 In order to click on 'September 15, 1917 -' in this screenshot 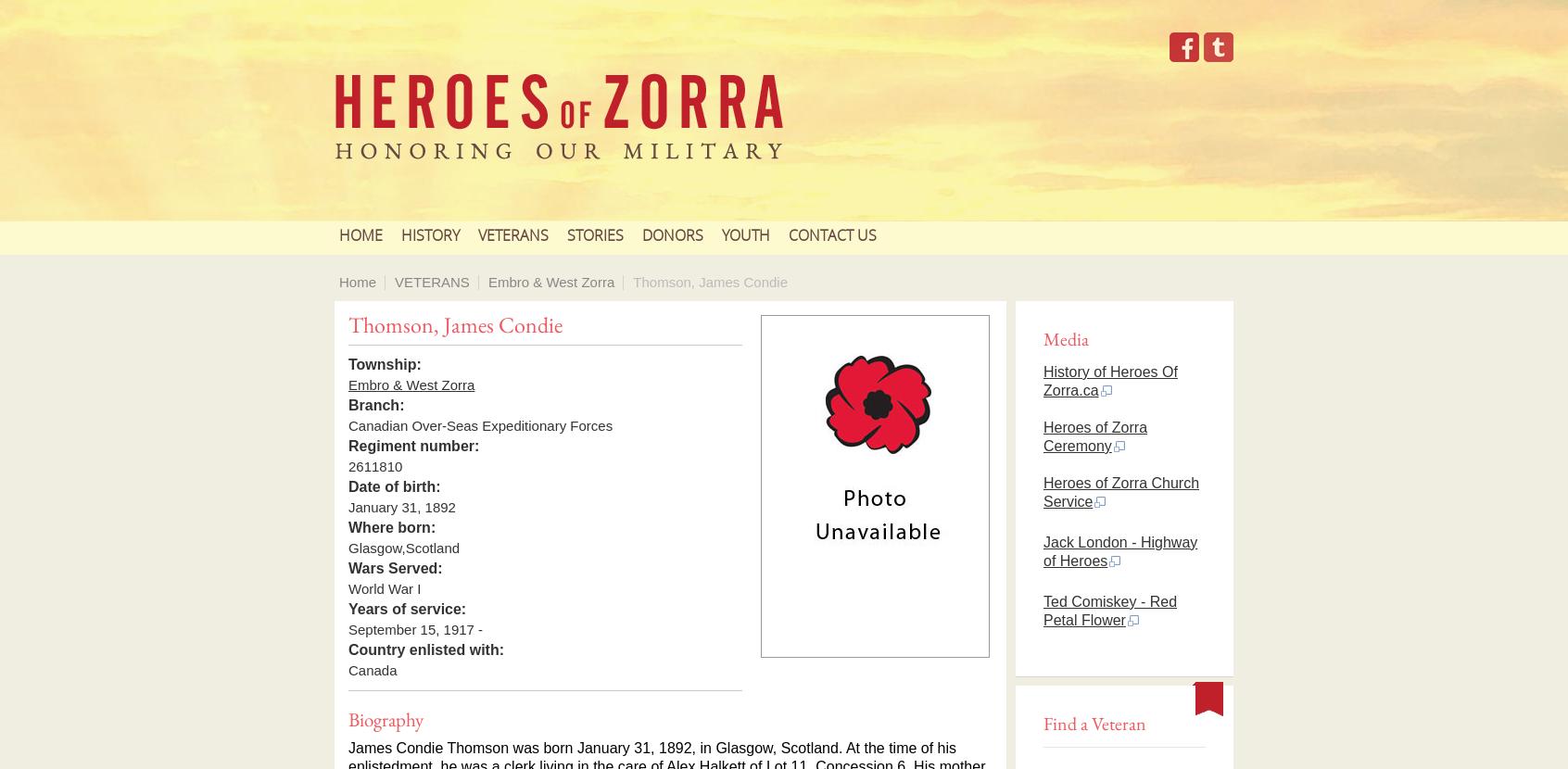, I will do `click(414, 629)`.